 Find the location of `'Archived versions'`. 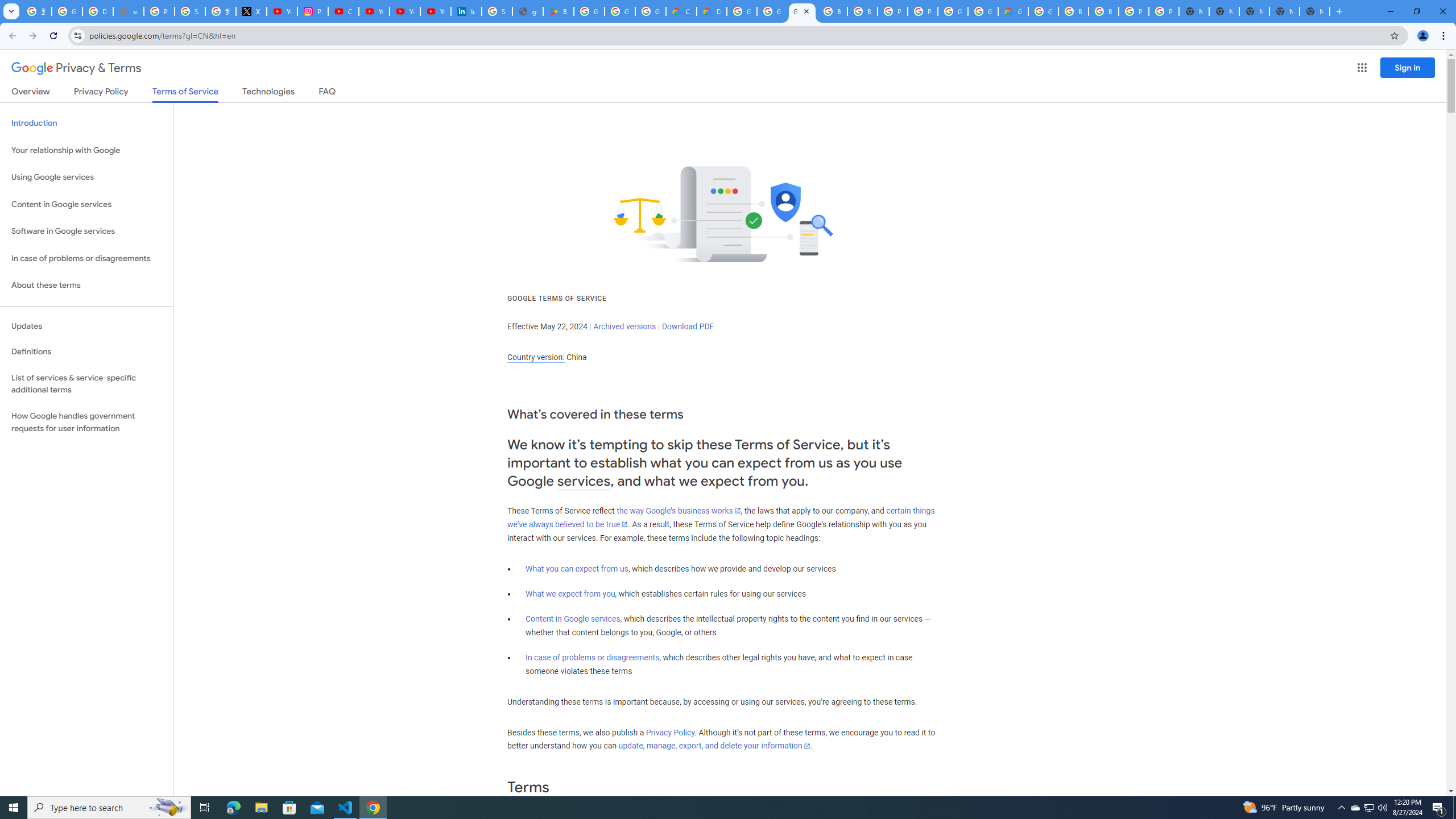

'Archived versions' is located at coordinates (624, 325).